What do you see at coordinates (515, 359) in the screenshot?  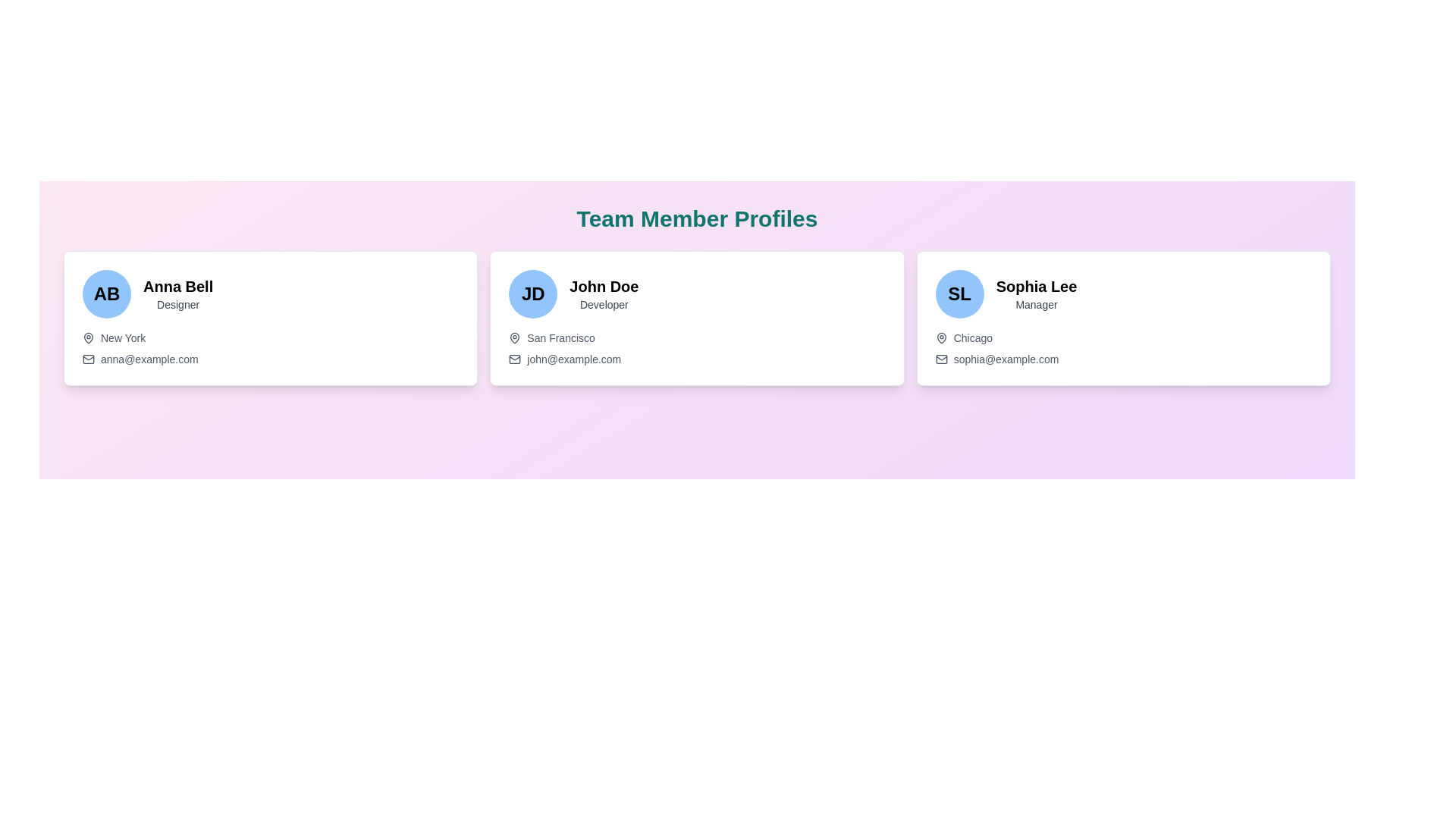 I see `the rectangular body of the envelope icon within the second profile card titled 'John Doe - Developer', which is located below the email text 'john@example.com'` at bounding box center [515, 359].